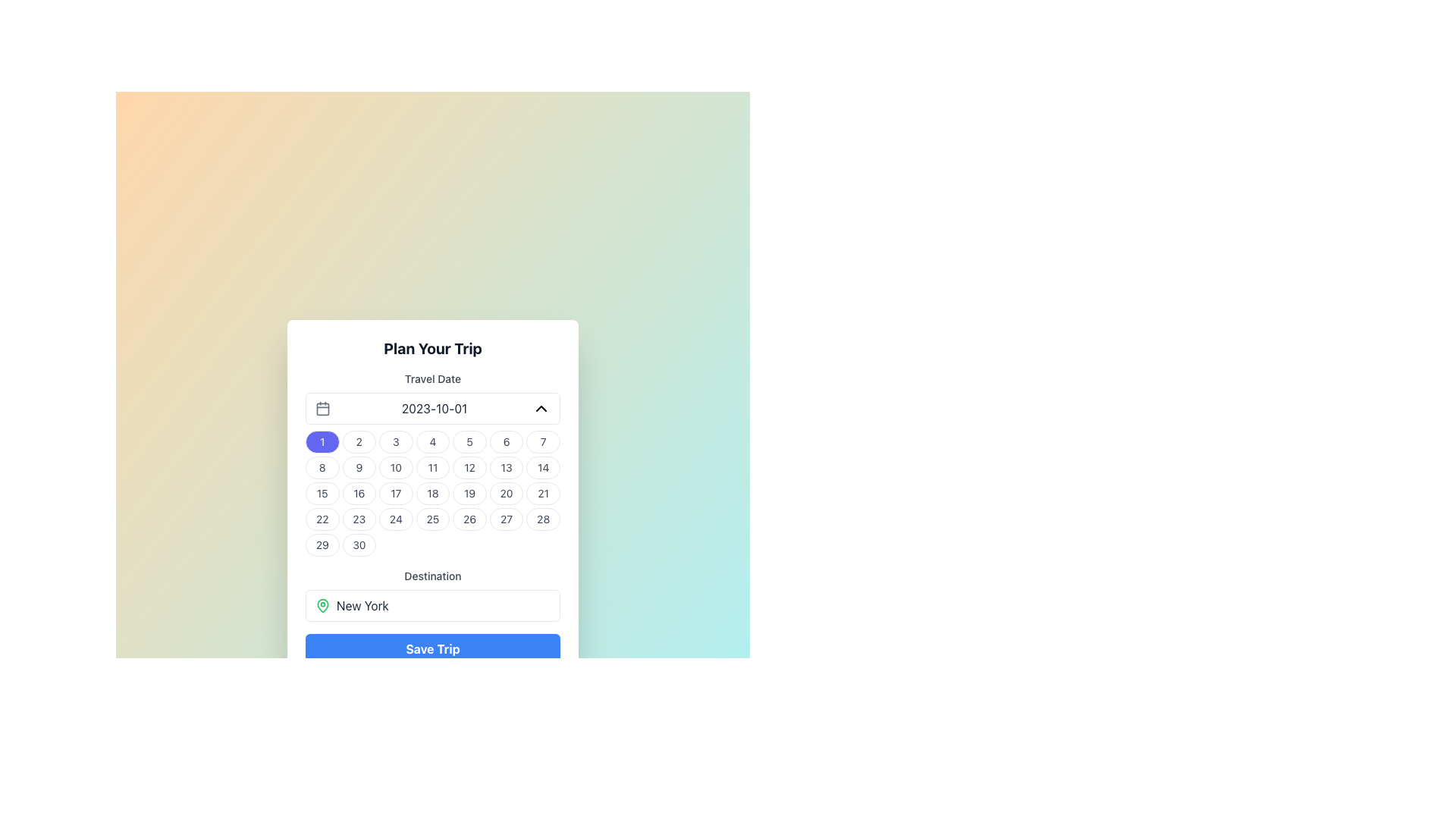 Image resolution: width=1456 pixels, height=819 pixels. Describe the element at coordinates (543, 467) in the screenshot. I see `the rounded button displaying the number '14' in the second row and seventh column of the date grid` at that location.